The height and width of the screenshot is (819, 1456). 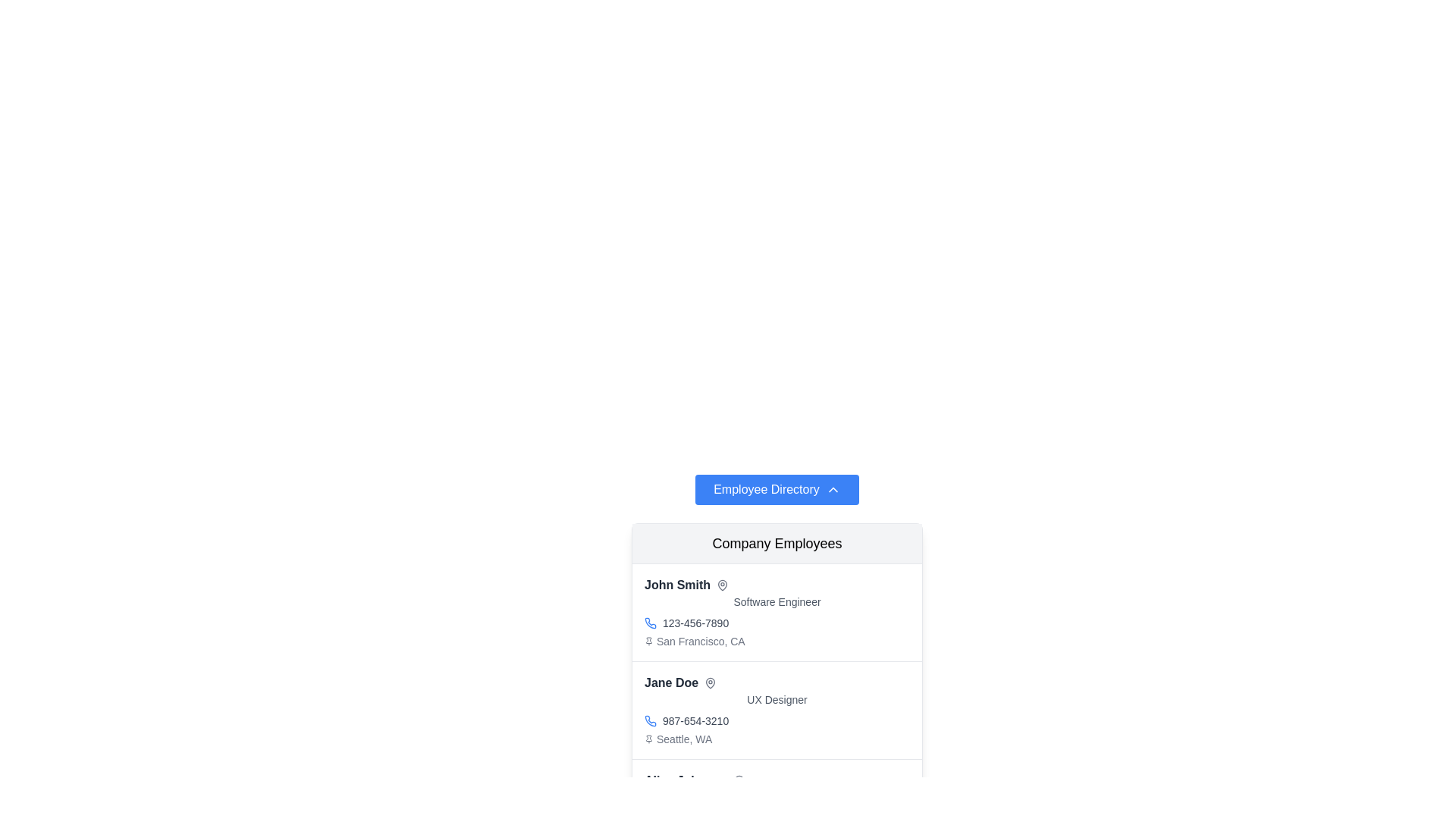 I want to click on the second map pin icon, so click(x=710, y=683).